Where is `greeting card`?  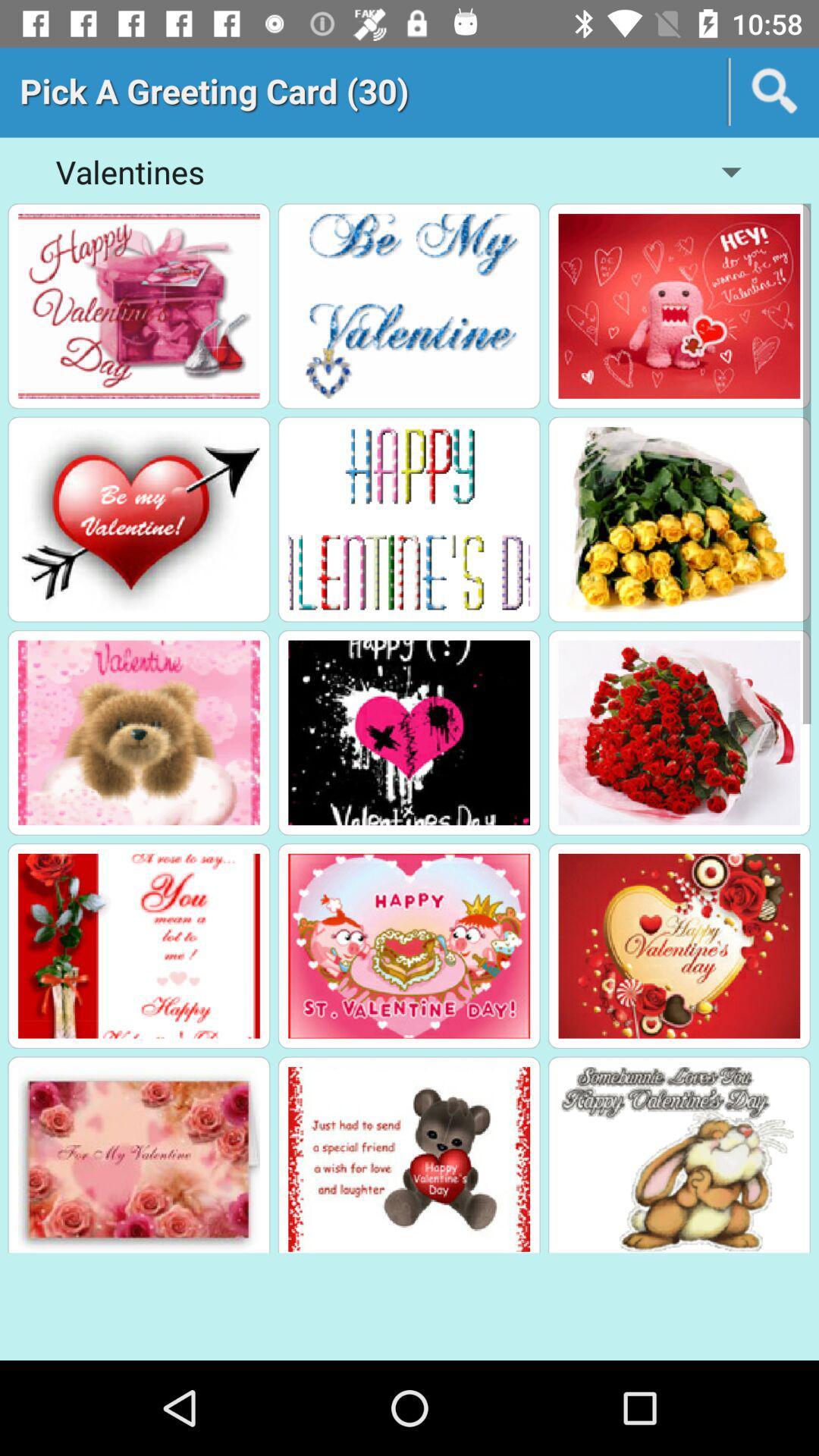
greeting card is located at coordinates (678, 305).